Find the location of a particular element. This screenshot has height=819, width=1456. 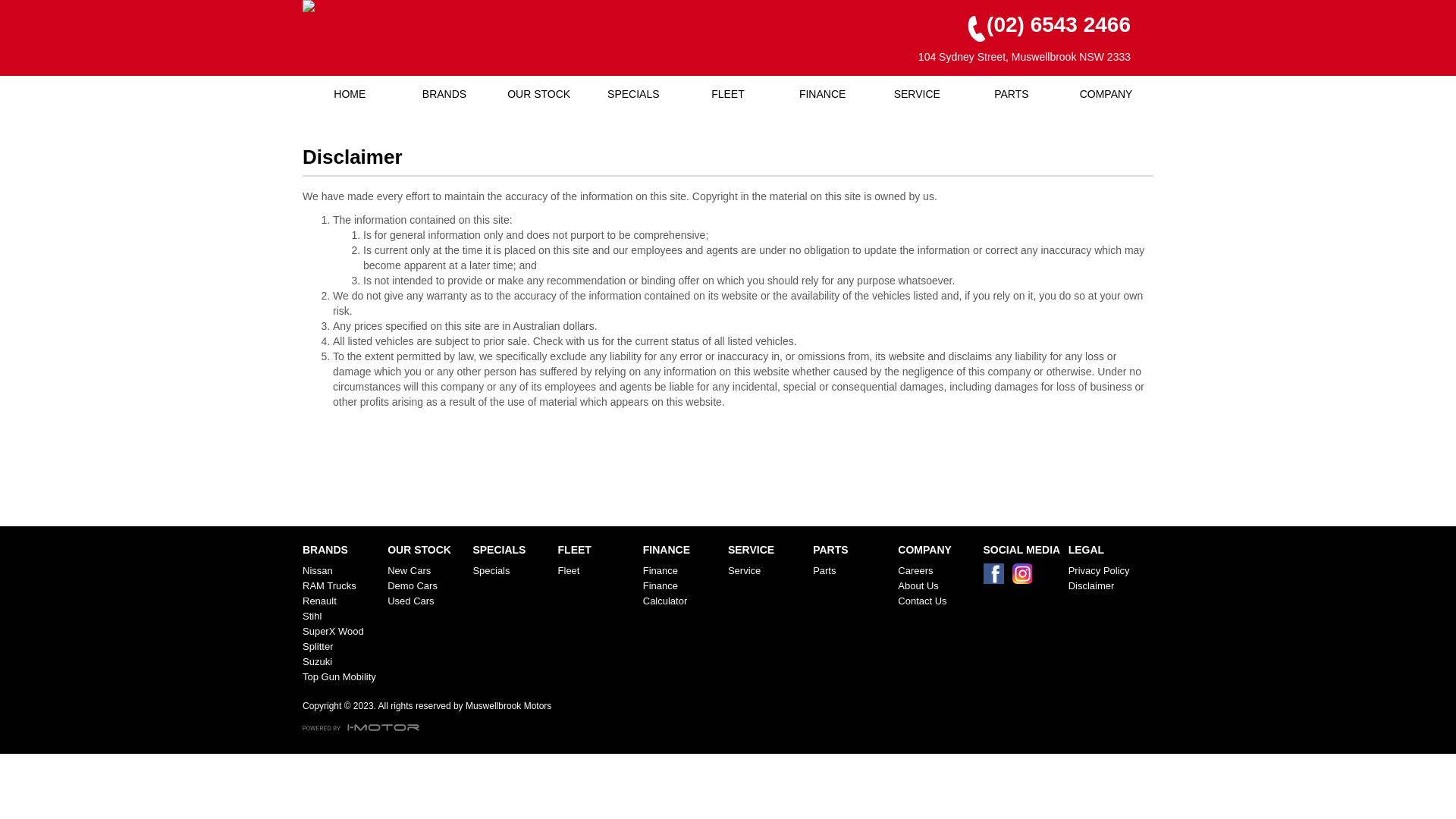

'Service' is located at coordinates (767, 570).